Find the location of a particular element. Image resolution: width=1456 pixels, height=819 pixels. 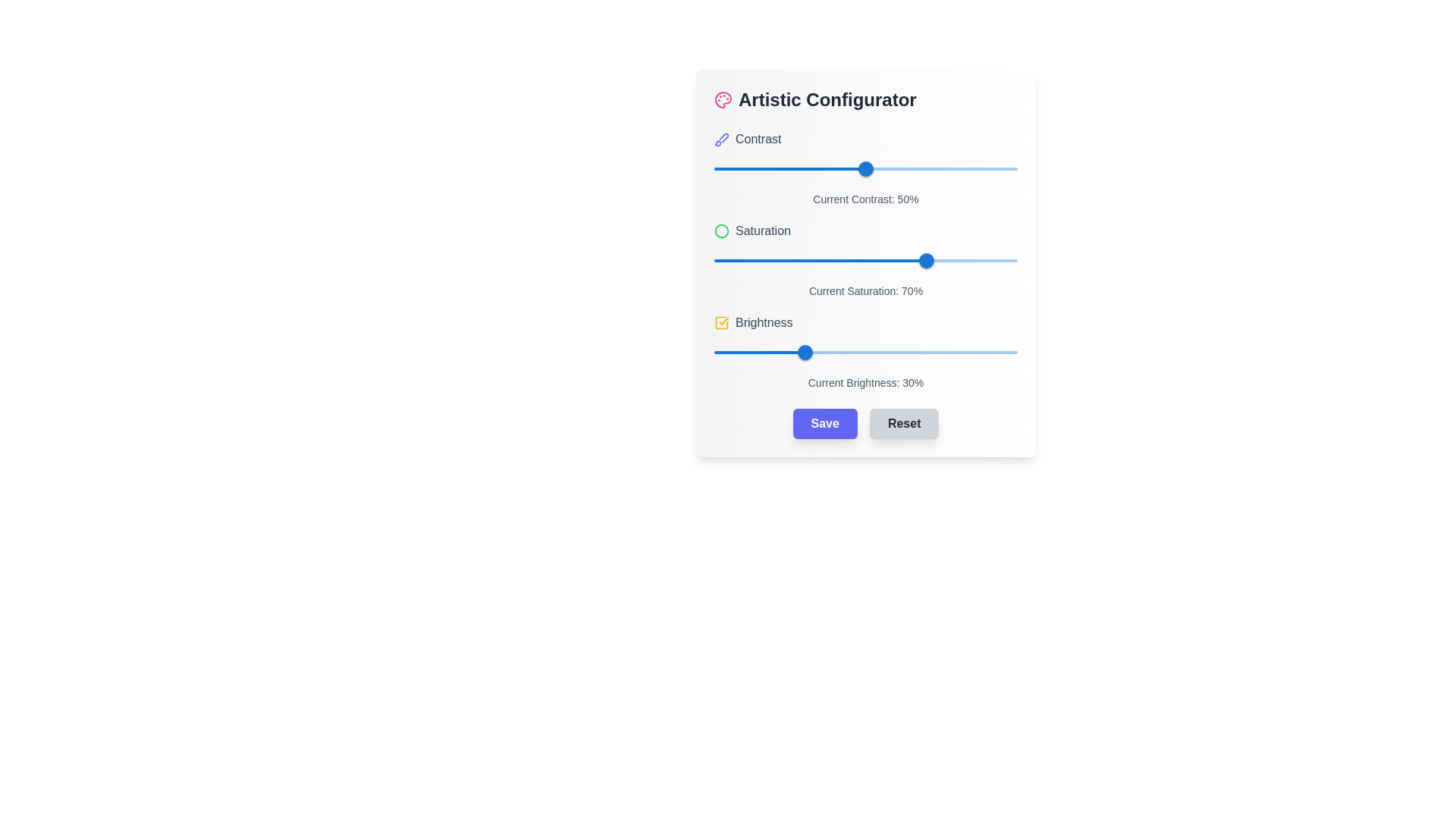

the Title with Icon element located at the top of the card interface is located at coordinates (866, 99).